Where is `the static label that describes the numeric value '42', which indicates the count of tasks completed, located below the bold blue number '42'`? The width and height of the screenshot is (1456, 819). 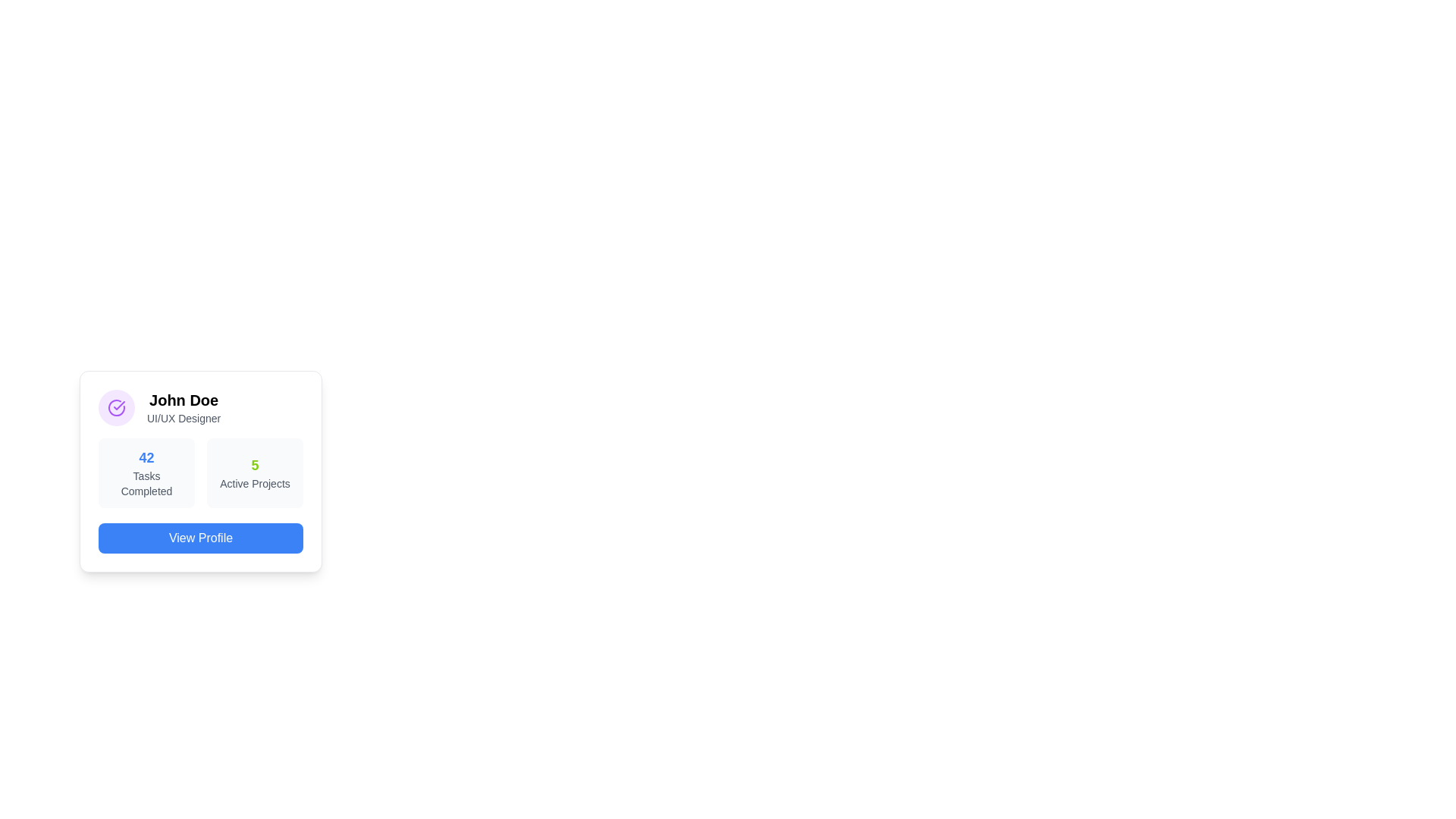
the static label that describes the numeric value '42', which indicates the count of tasks completed, located below the bold blue number '42' is located at coordinates (146, 483).